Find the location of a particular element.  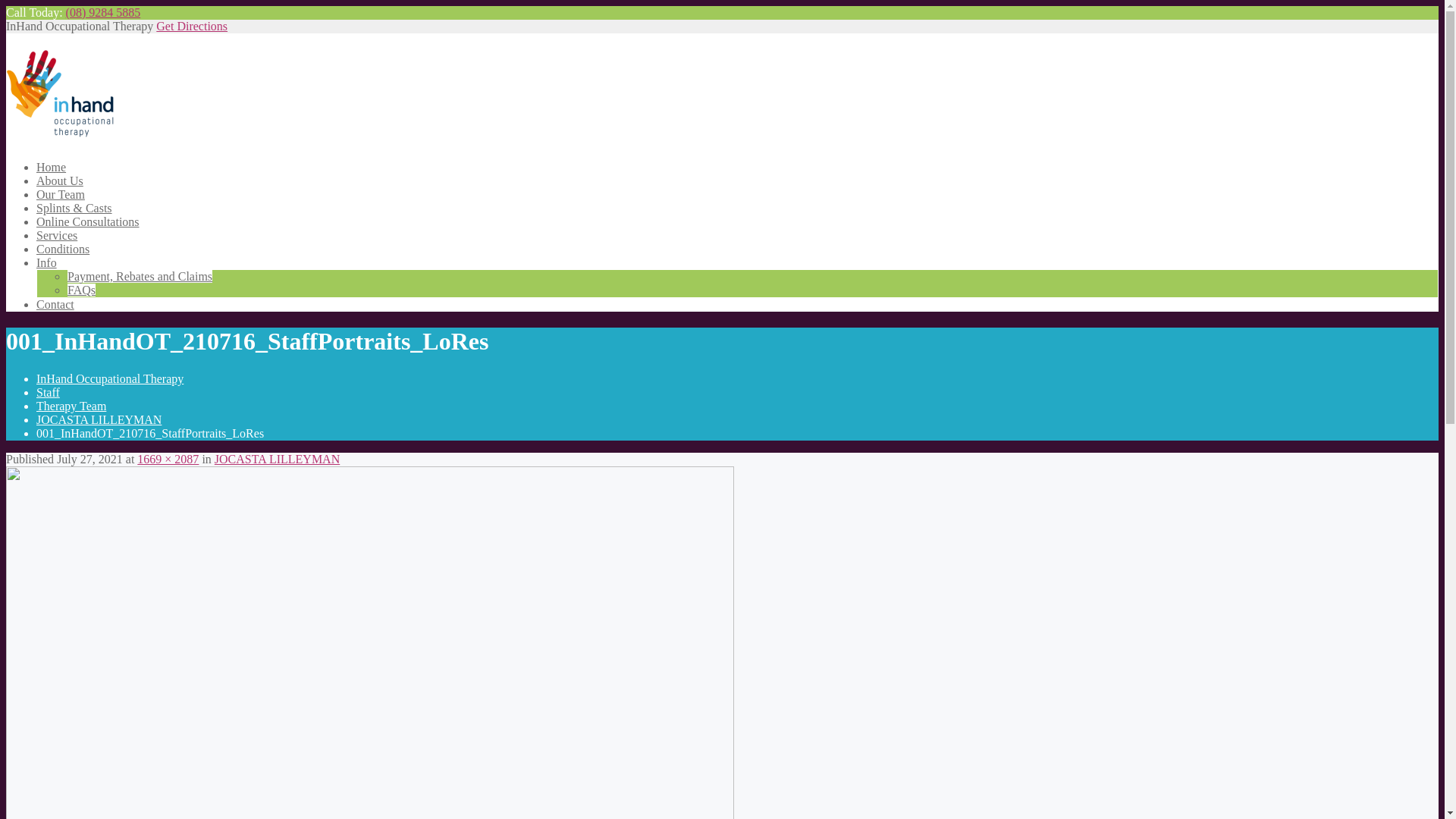

'Payment, Rebates and Claims' is located at coordinates (140, 276).